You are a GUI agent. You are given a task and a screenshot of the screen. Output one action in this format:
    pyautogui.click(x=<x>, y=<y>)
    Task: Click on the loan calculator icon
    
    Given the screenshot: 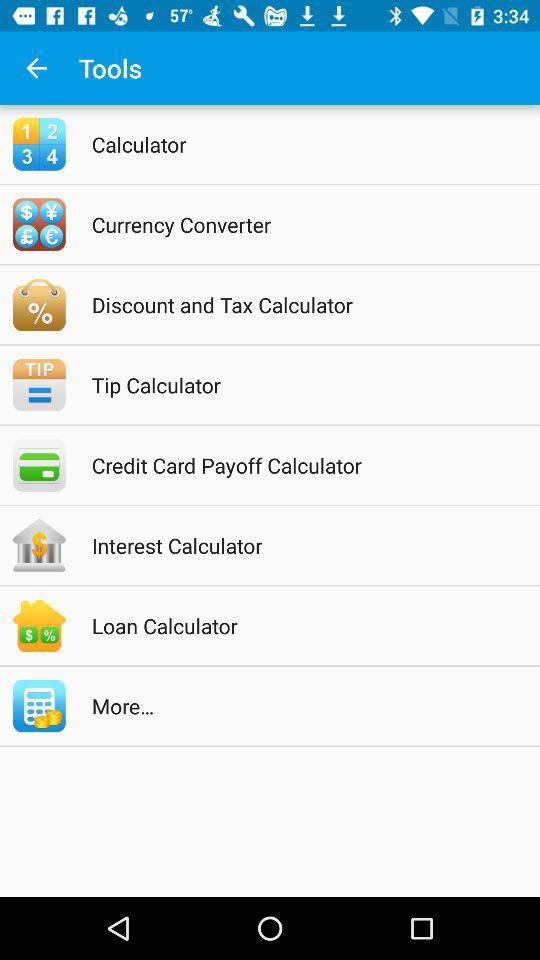 What is the action you would take?
    pyautogui.click(x=295, y=624)
    